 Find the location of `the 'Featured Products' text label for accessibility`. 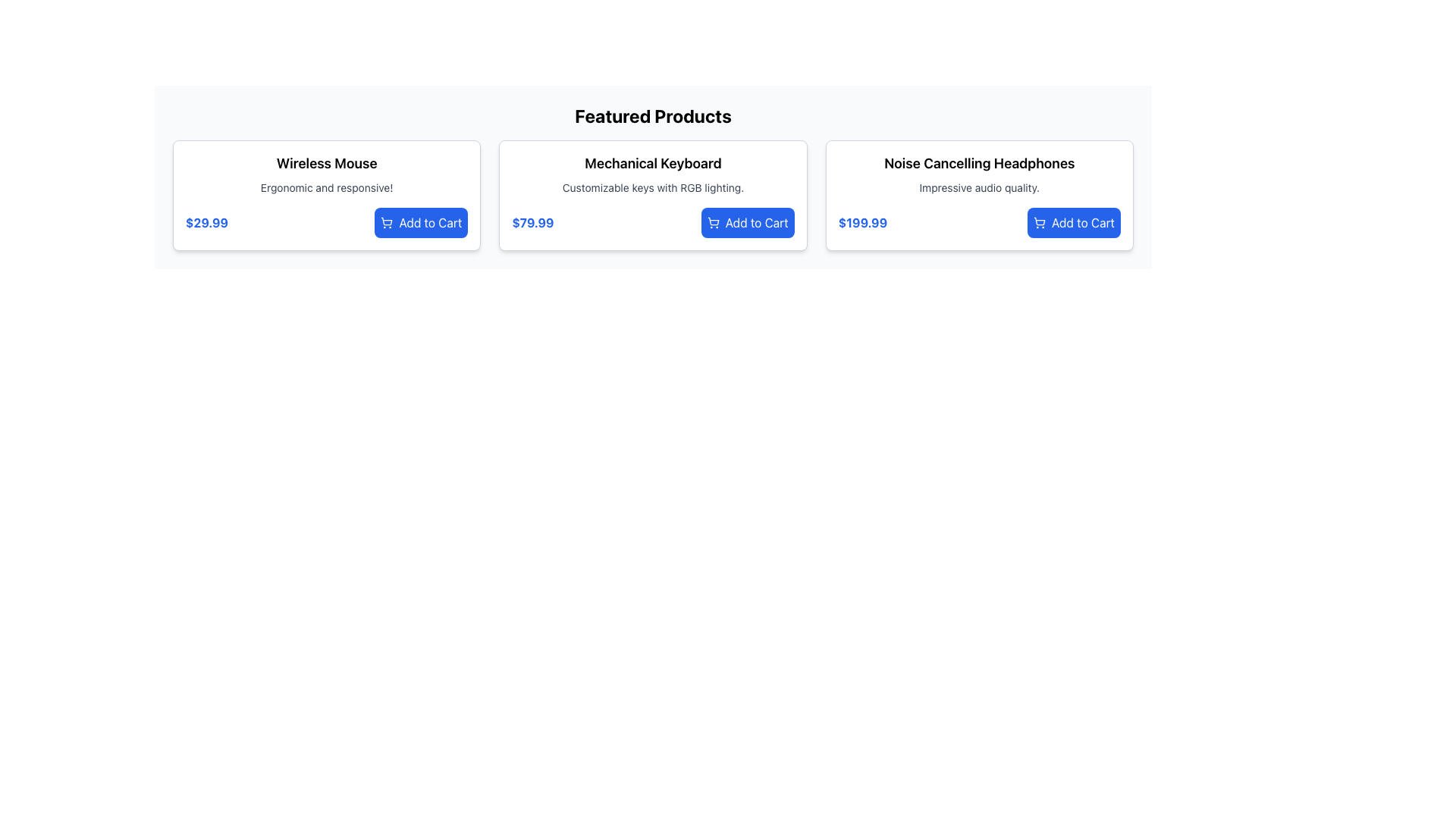

the 'Featured Products' text label for accessibility is located at coordinates (653, 115).